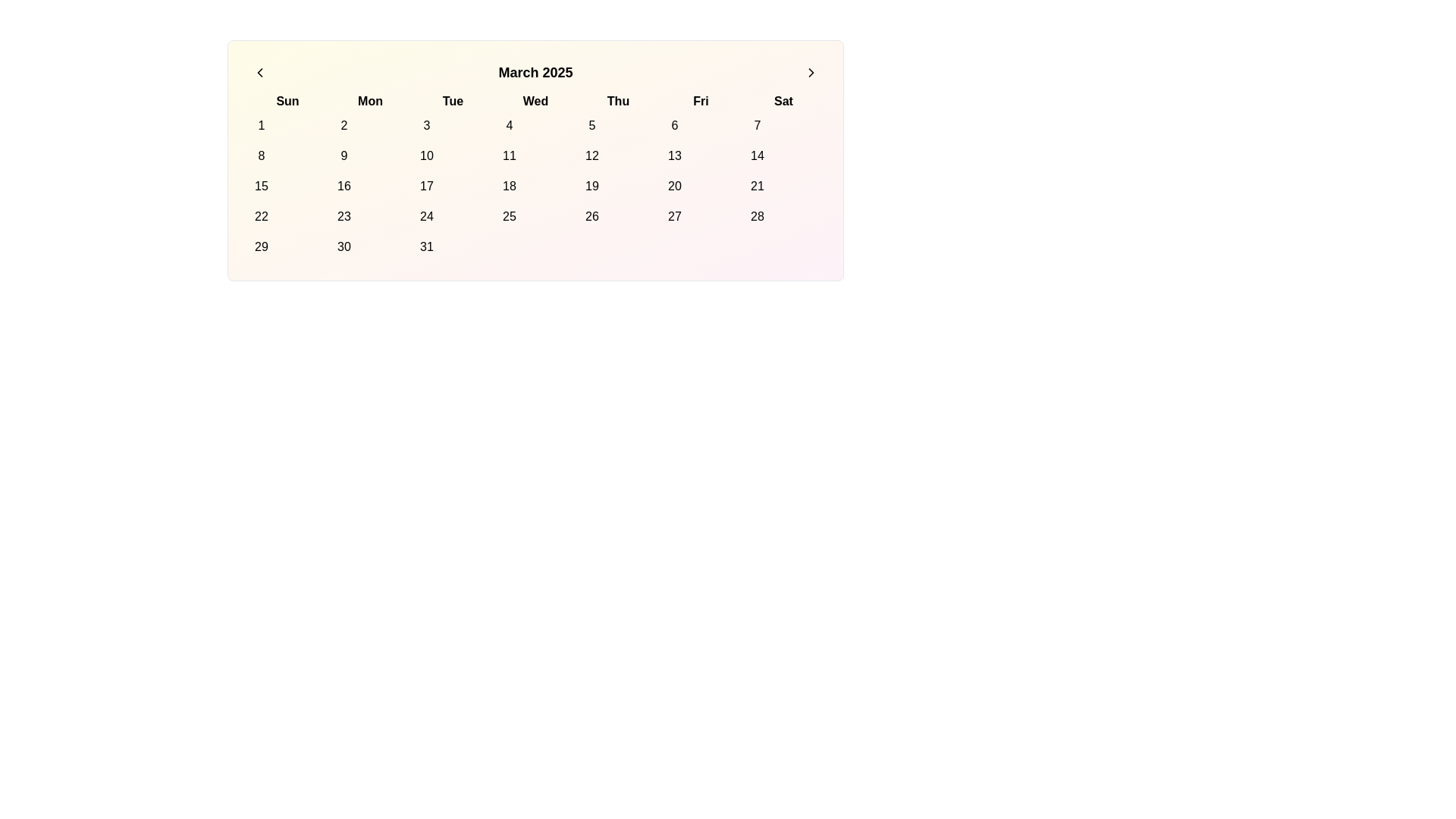 This screenshot has width=1456, height=819. Describe the element at coordinates (591, 186) in the screenshot. I see `the button representing the 19th day in the calendar grid under 'Thu'` at that location.